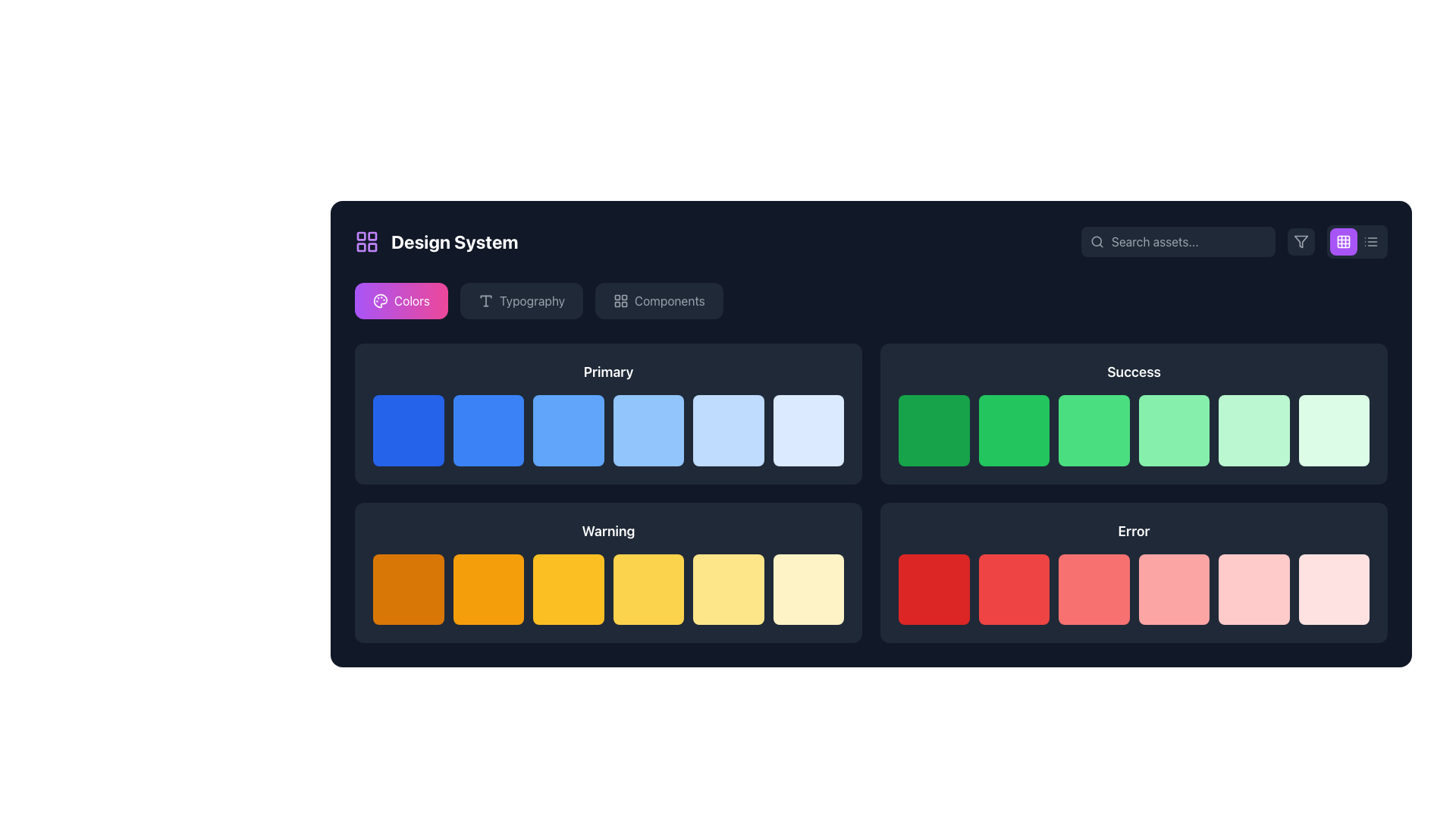  What do you see at coordinates (608, 588) in the screenshot?
I see `the vibrant yellow color swatch, which is the third box from the left in the horizontal grid of six color boxes under the 'Warning' section` at bounding box center [608, 588].